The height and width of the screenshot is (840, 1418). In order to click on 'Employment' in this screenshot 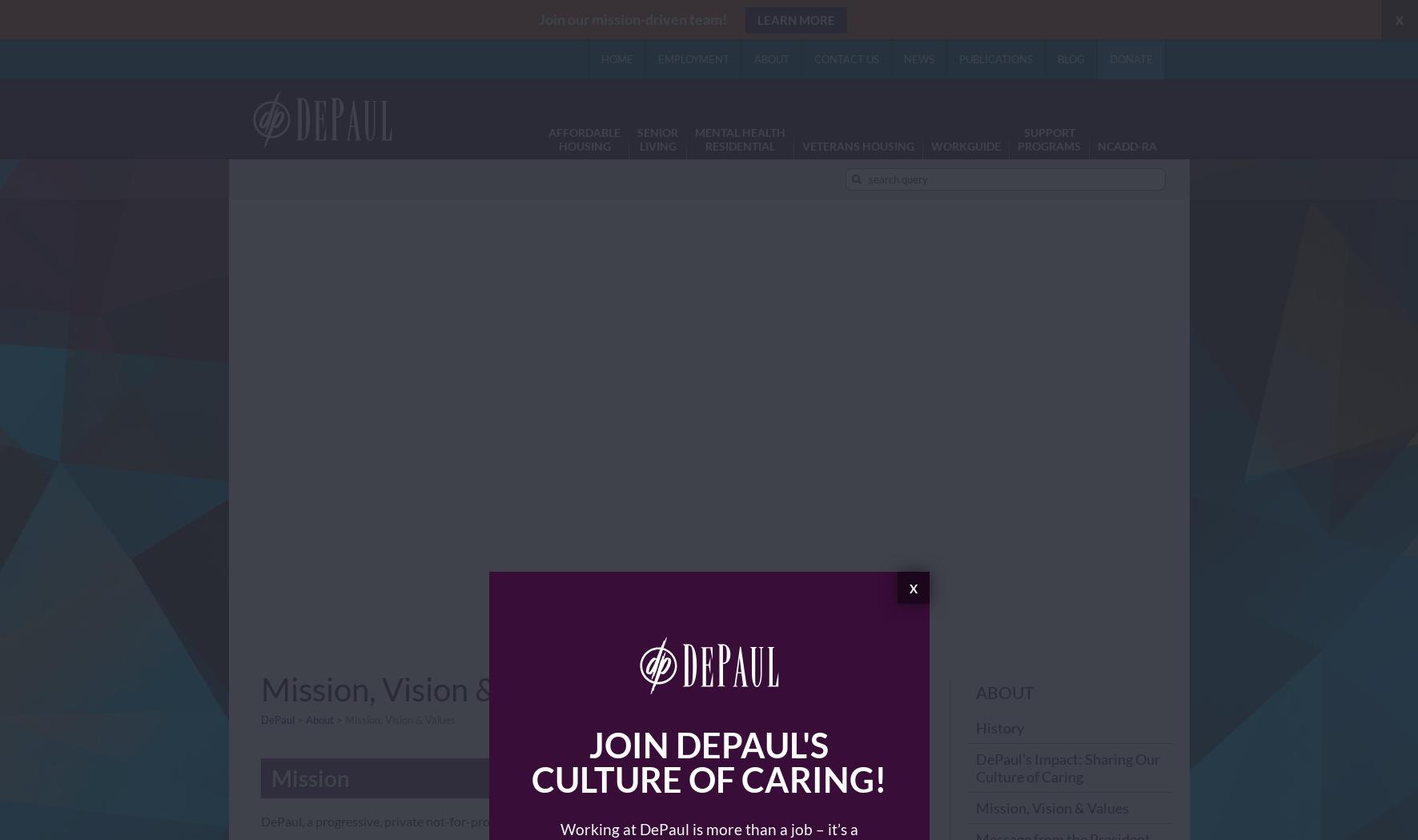, I will do `click(657, 58)`.